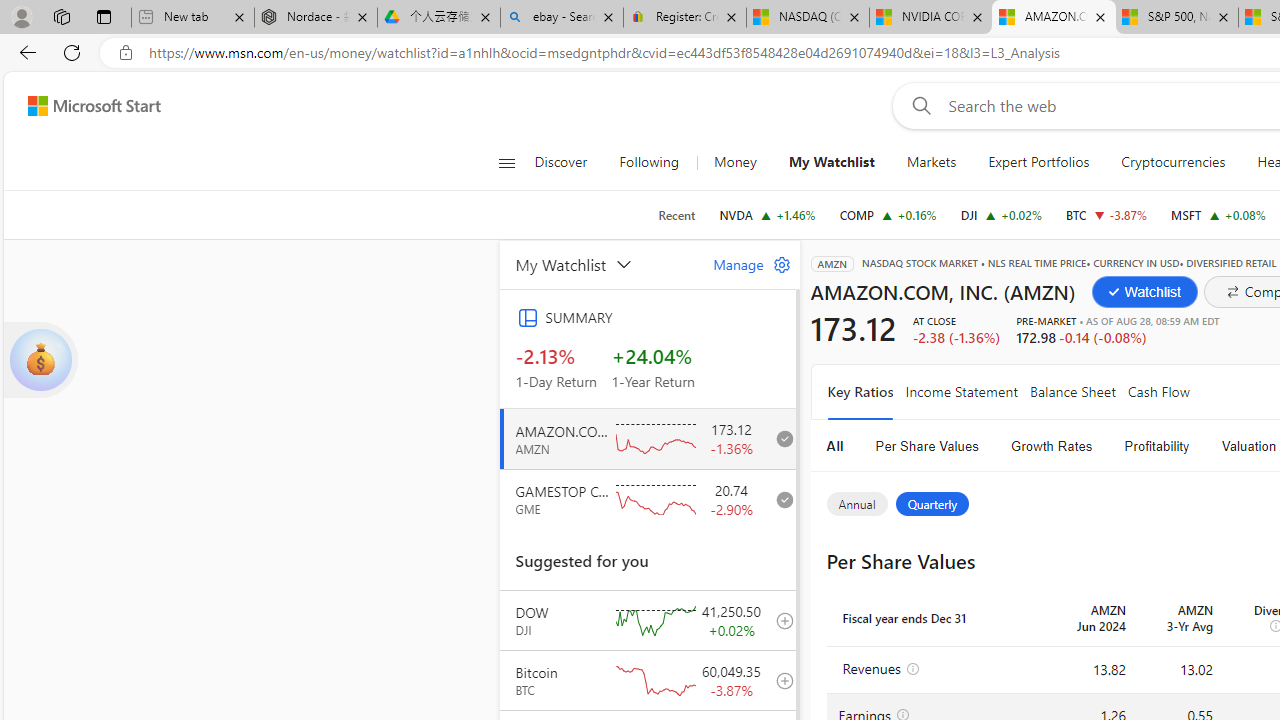 Image resolution: width=1280 pixels, height=720 pixels. What do you see at coordinates (1038, 162) in the screenshot?
I see `'Expert Portfolios'` at bounding box center [1038, 162].